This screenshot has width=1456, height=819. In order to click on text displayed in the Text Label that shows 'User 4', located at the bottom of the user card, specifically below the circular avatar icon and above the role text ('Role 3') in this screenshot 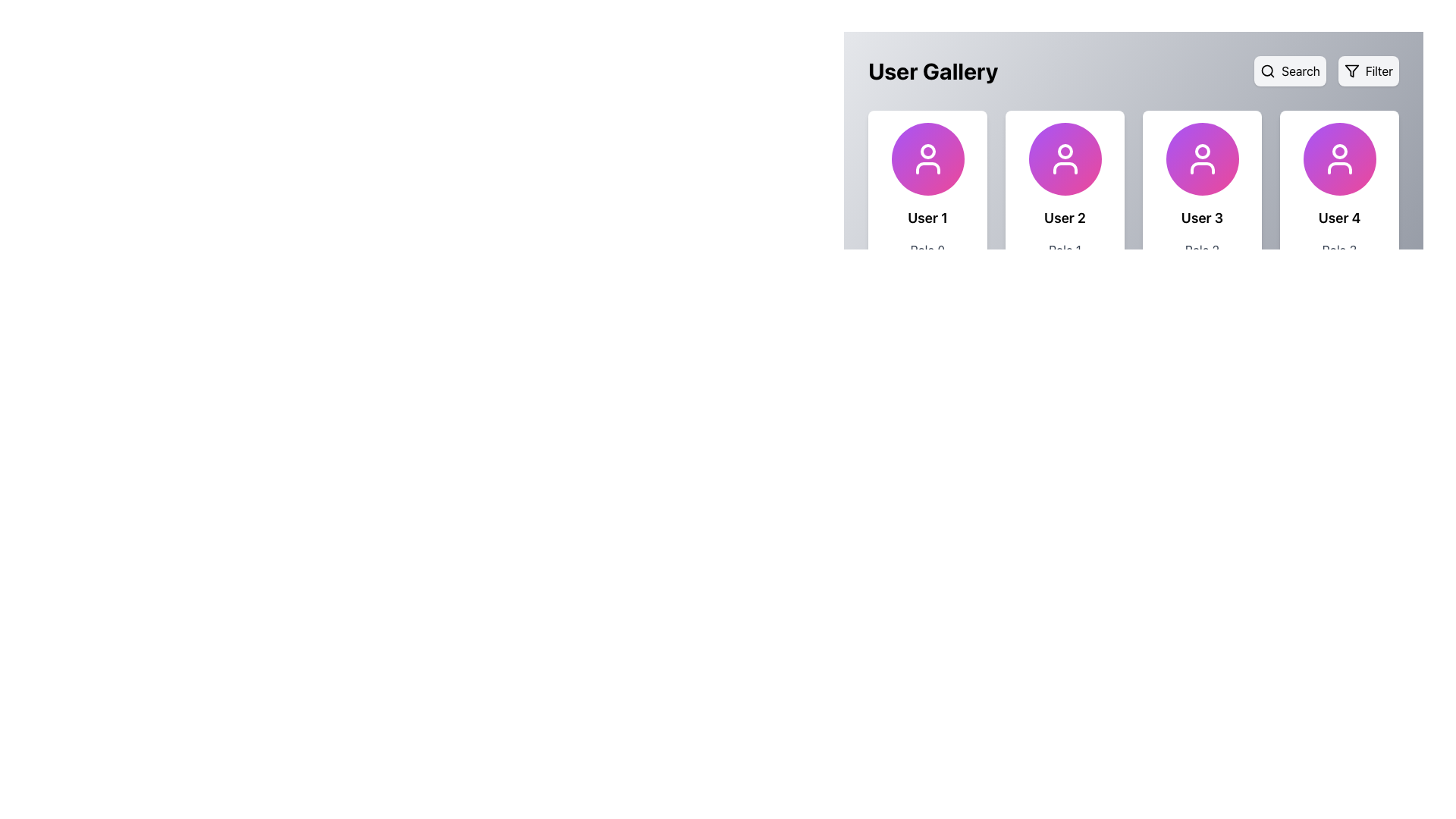, I will do `click(1339, 218)`.